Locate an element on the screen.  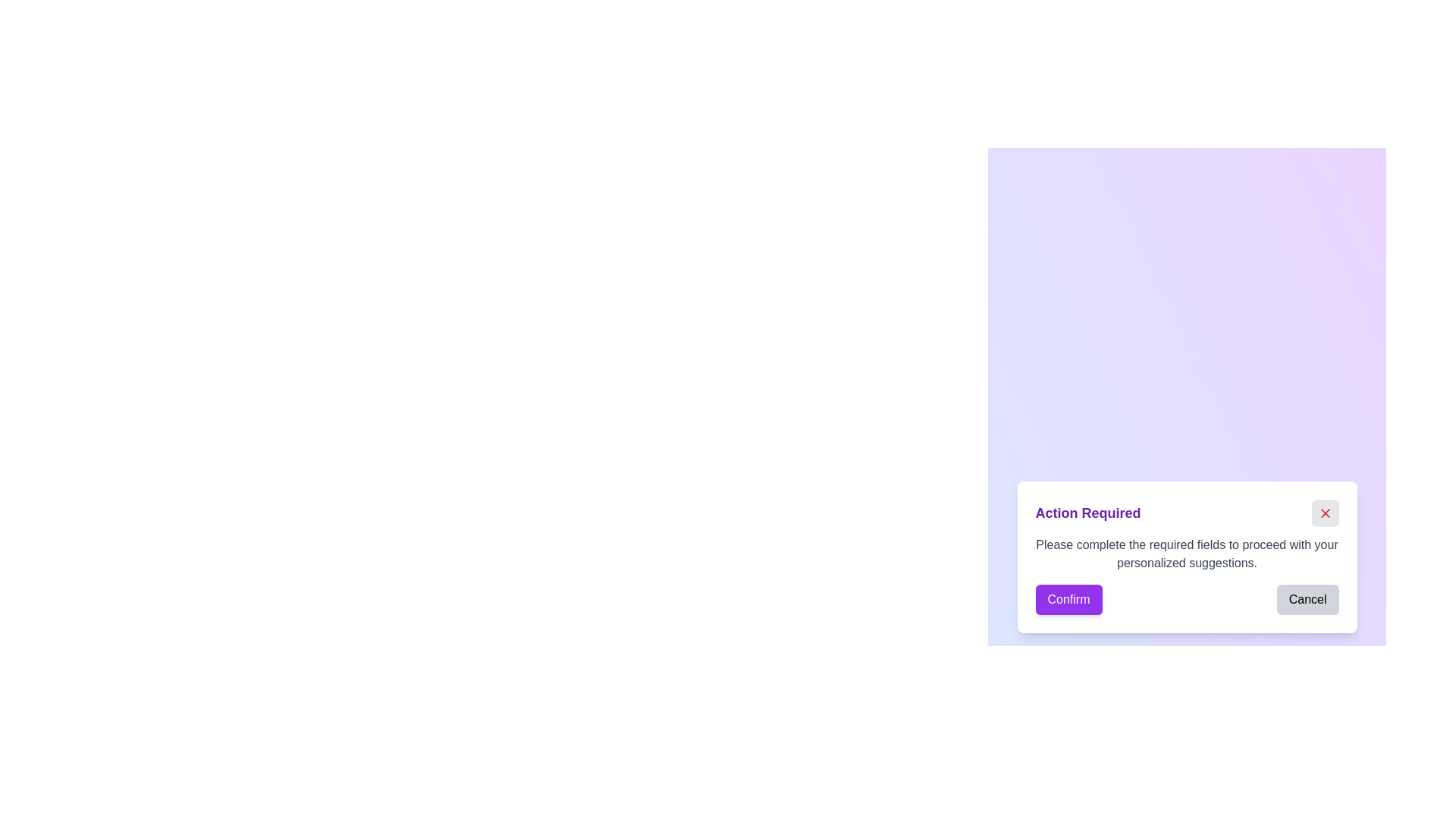
the 'Confirm' button with a purple background and white text to confirm the action is located at coordinates (1068, 598).